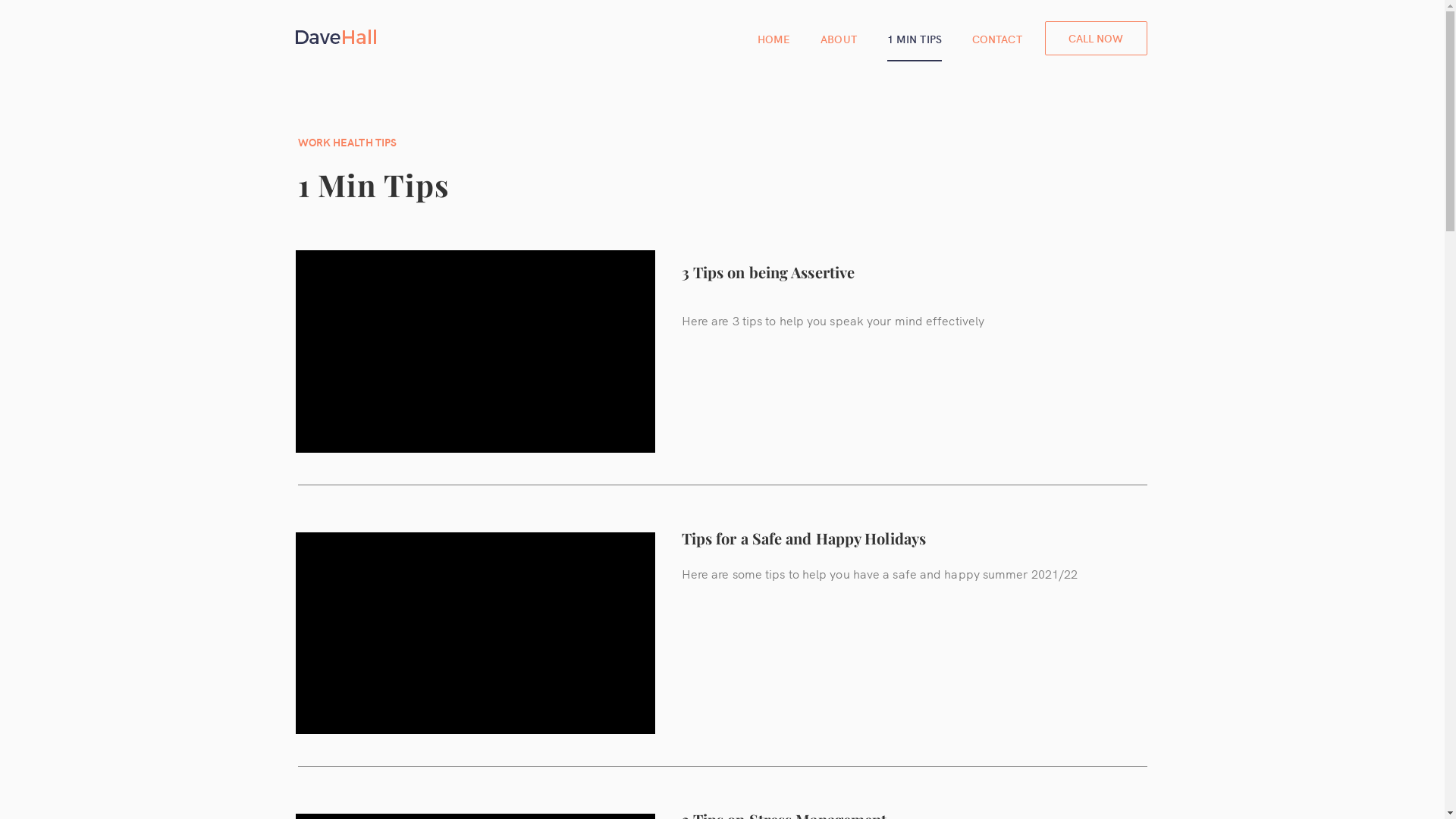 The image size is (1456, 819). What do you see at coordinates (997, 37) in the screenshot?
I see `'CONTACT'` at bounding box center [997, 37].